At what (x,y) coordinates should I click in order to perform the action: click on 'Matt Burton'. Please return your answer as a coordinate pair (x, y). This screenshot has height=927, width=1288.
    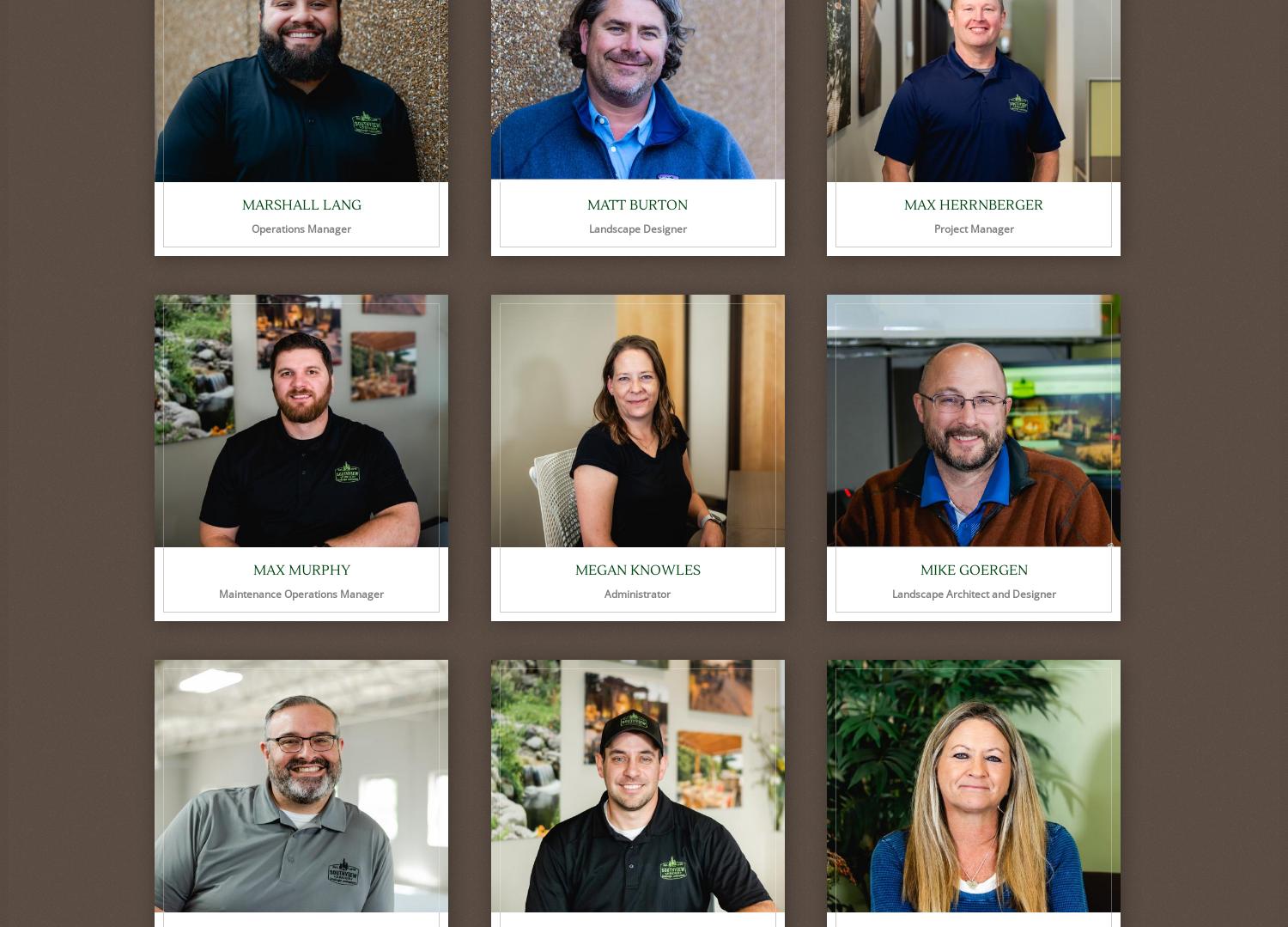
    Looking at the image, I should click on (636, 204).